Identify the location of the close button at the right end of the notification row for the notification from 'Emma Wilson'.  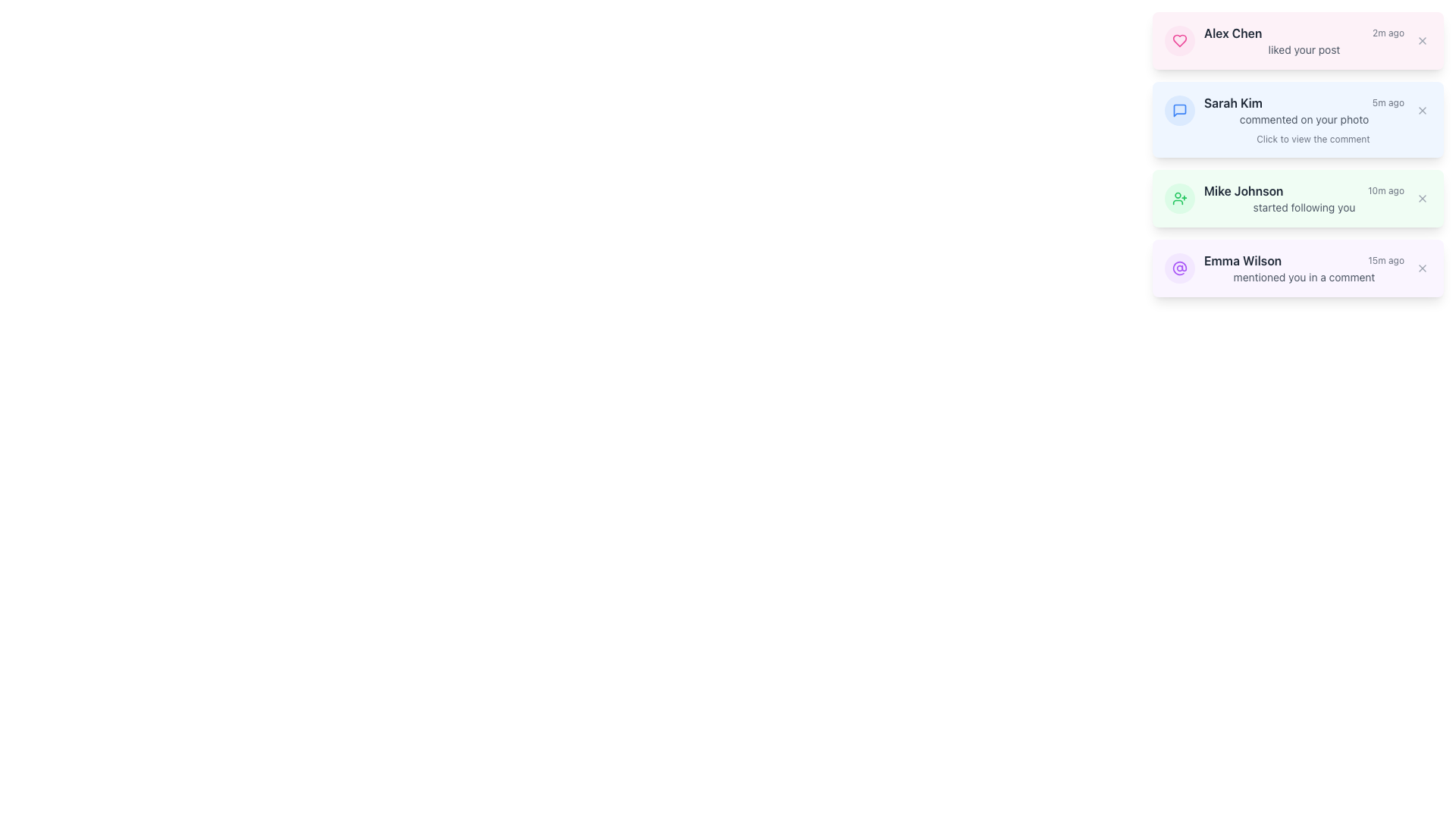
(1422, 268).